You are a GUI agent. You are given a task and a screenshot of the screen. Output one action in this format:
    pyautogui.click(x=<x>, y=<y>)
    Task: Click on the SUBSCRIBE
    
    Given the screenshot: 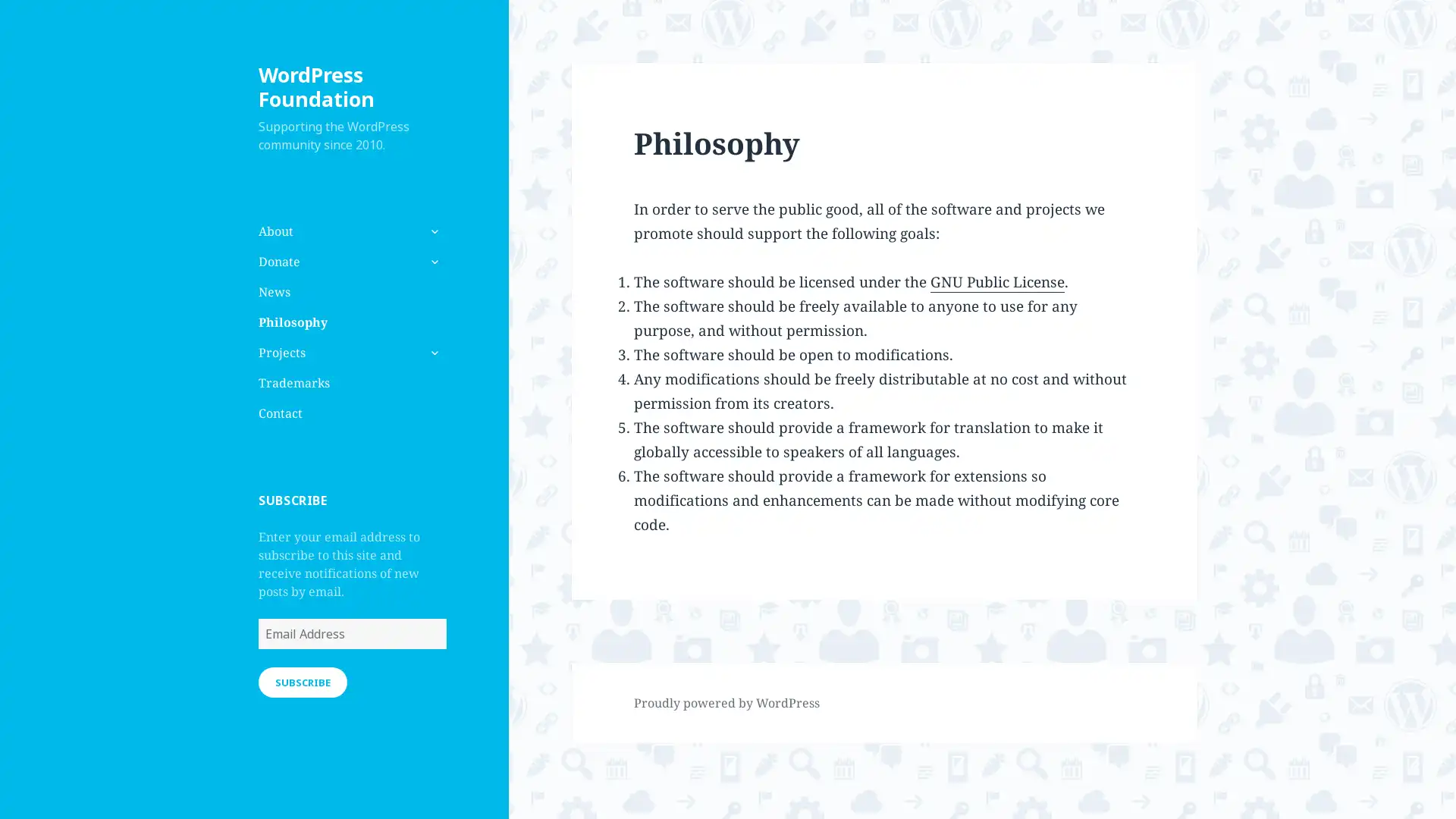 What is the action you would take?
    pyautogui.click(x=302, y=680)
    